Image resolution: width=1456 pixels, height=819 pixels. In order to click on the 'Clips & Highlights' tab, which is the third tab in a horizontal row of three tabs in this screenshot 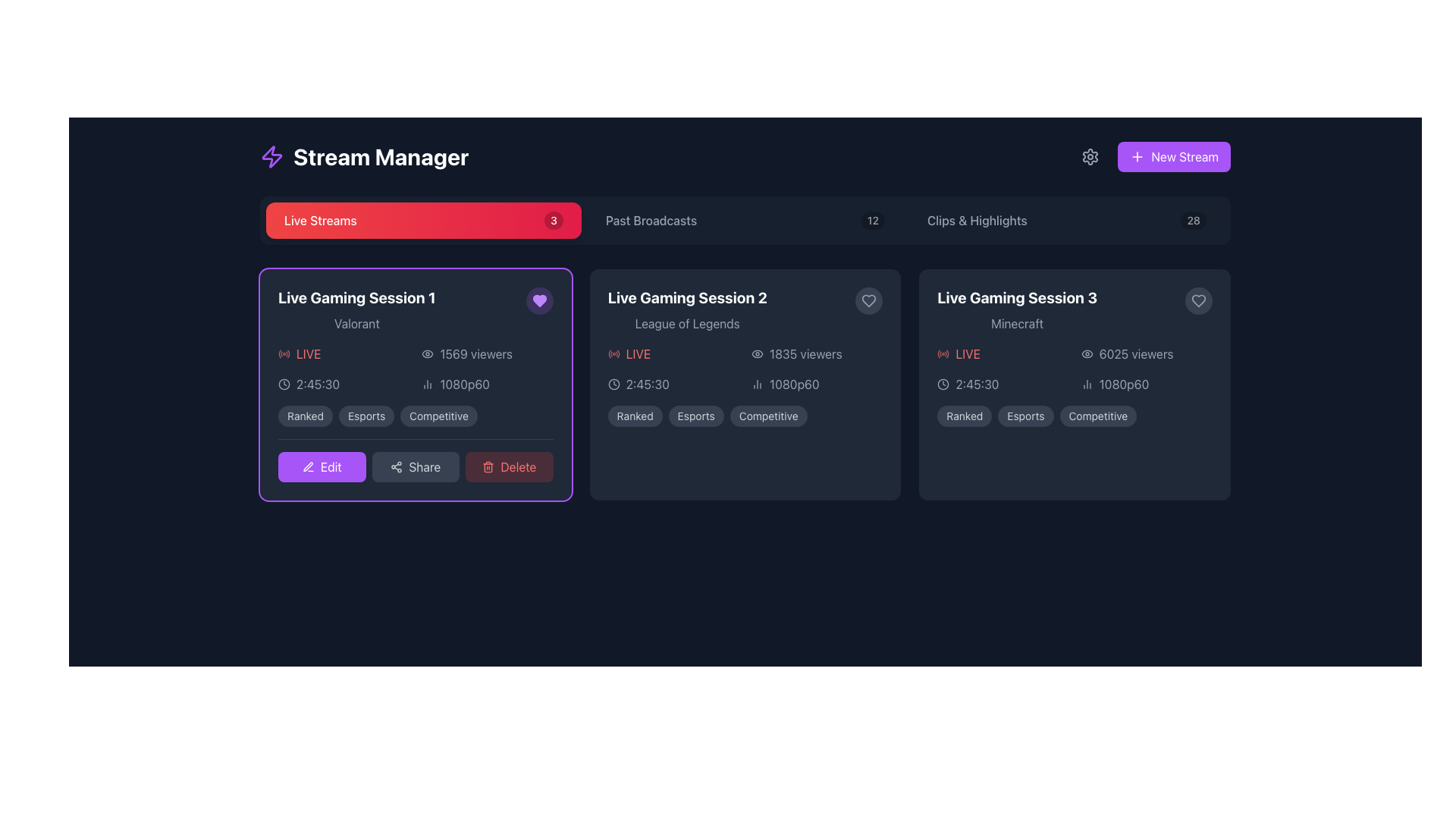, I will do `click(1065, 220)`.